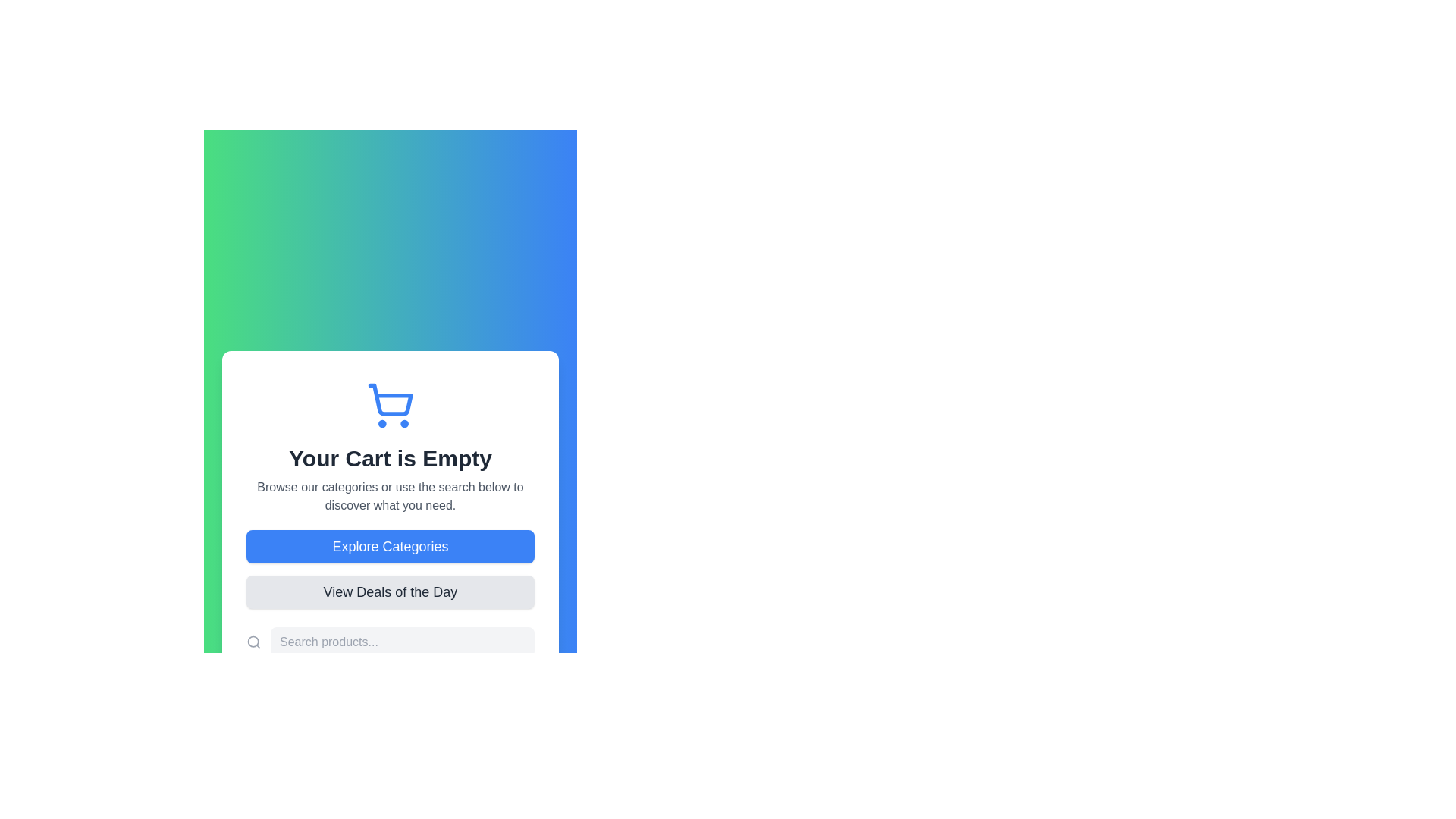 The width and height of the screenshot is (1456, 819). What do you see at coordinates (390, 547) in the screenshot?
I see `the large rounded rectangular blue button labeled 'Explore Categories'` at bounding box center [390, 547].